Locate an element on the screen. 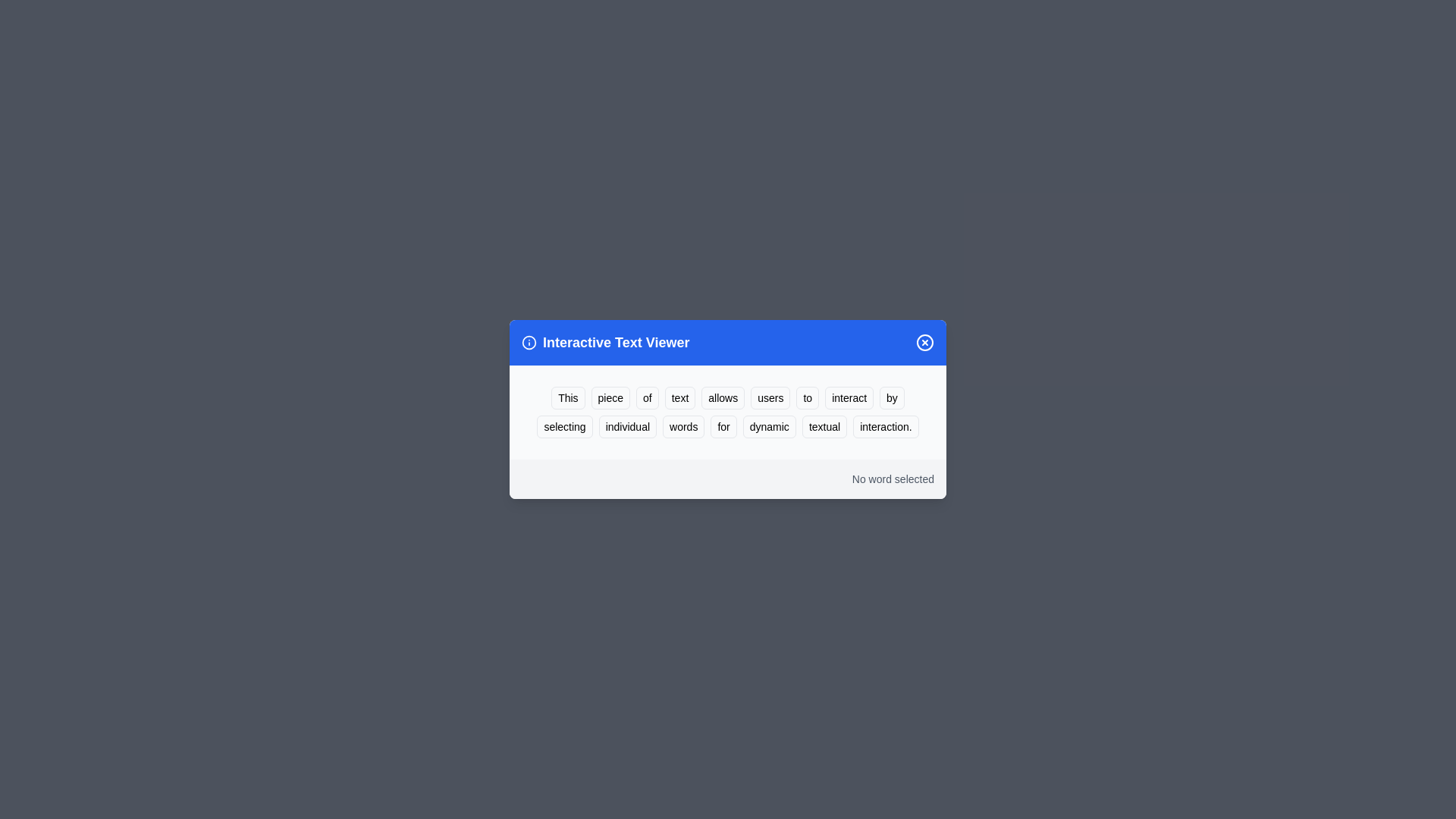 The height and width of the screenshot is (819, 1456). the word 'interaction.' to highlight it is located at coordinates (886, 427).